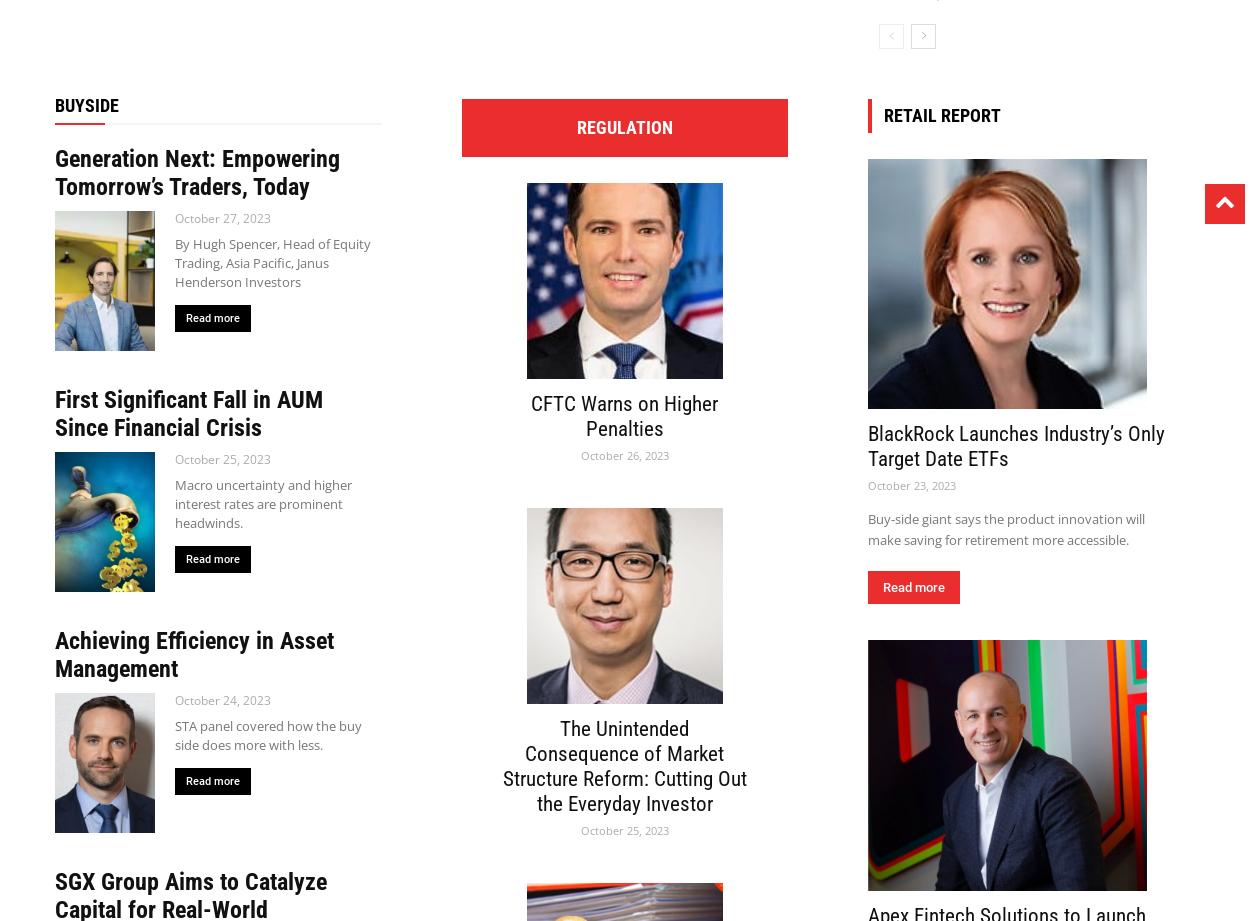 The image size is (1250, 921). I want to click on 'The Unintended Consequence of Market Structure Reform: Cutting Out the Everyday Investor', so click(623, 765).